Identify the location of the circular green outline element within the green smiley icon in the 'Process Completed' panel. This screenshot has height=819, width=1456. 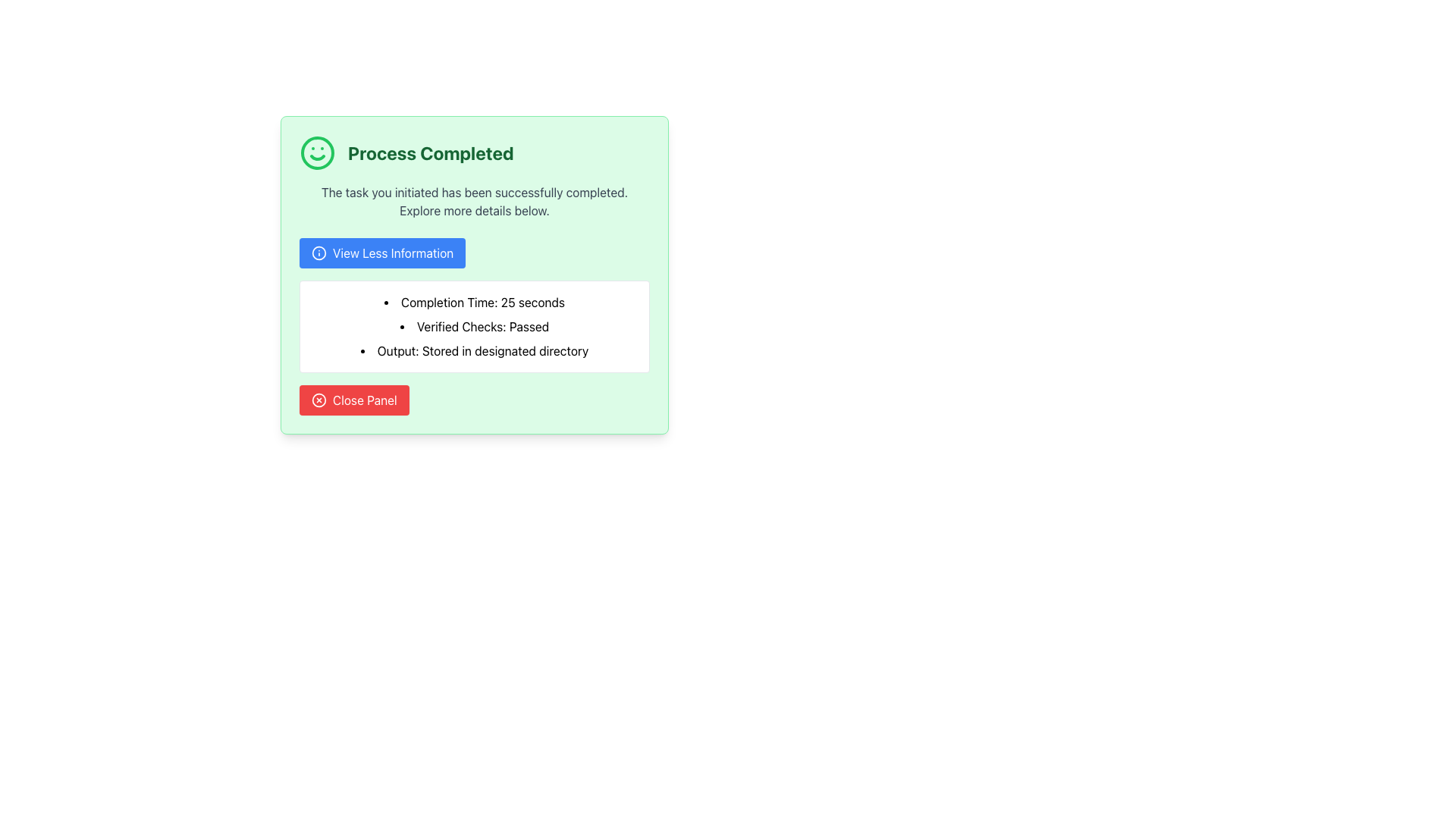
(316, 152).